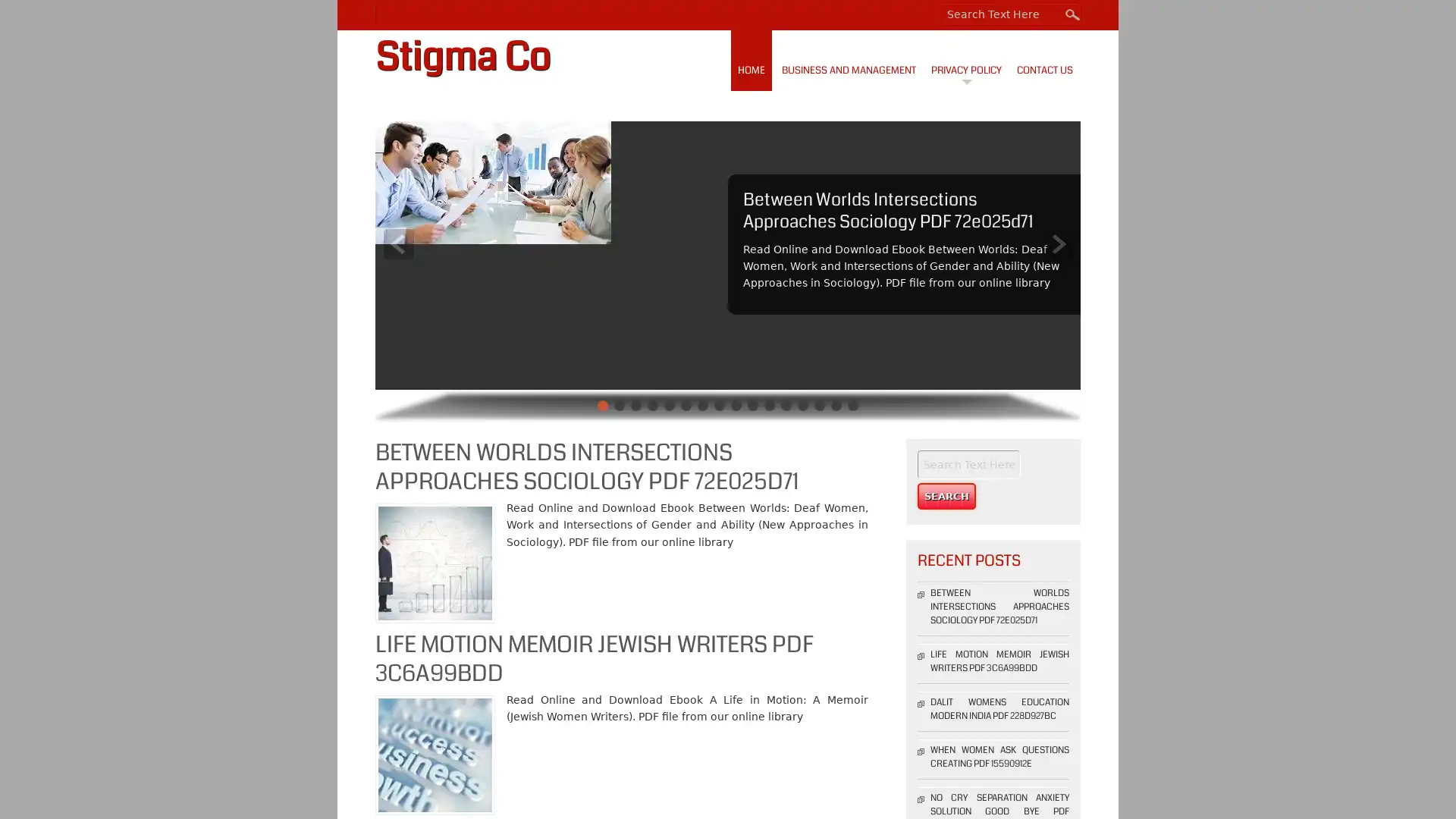 The width and height of the screenshot is (1456, 819). Describe the element at coordinates (946, 496) in the screenshot. I see `Search` at that location.